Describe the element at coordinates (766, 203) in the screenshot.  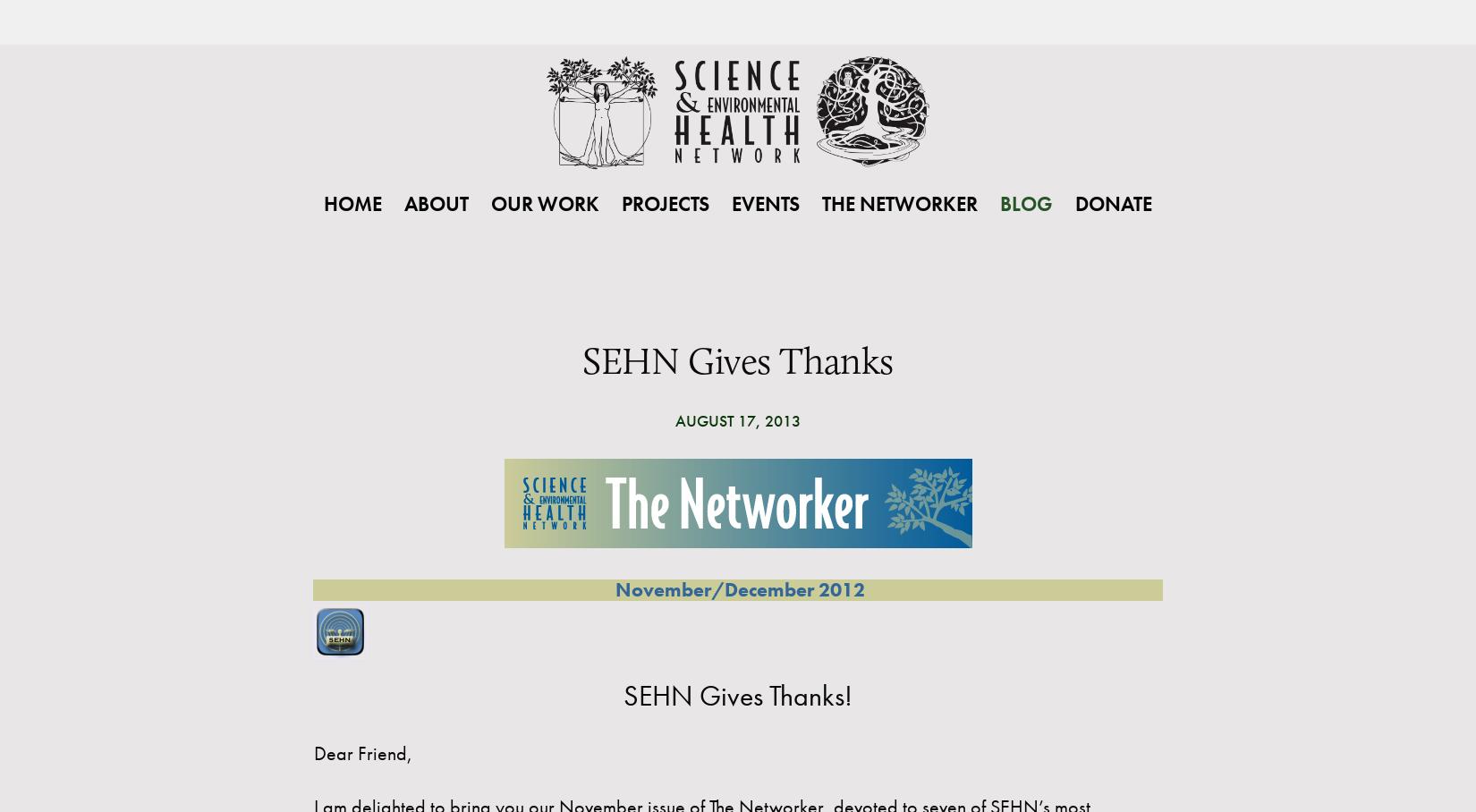
I see `'Events'` at that location.